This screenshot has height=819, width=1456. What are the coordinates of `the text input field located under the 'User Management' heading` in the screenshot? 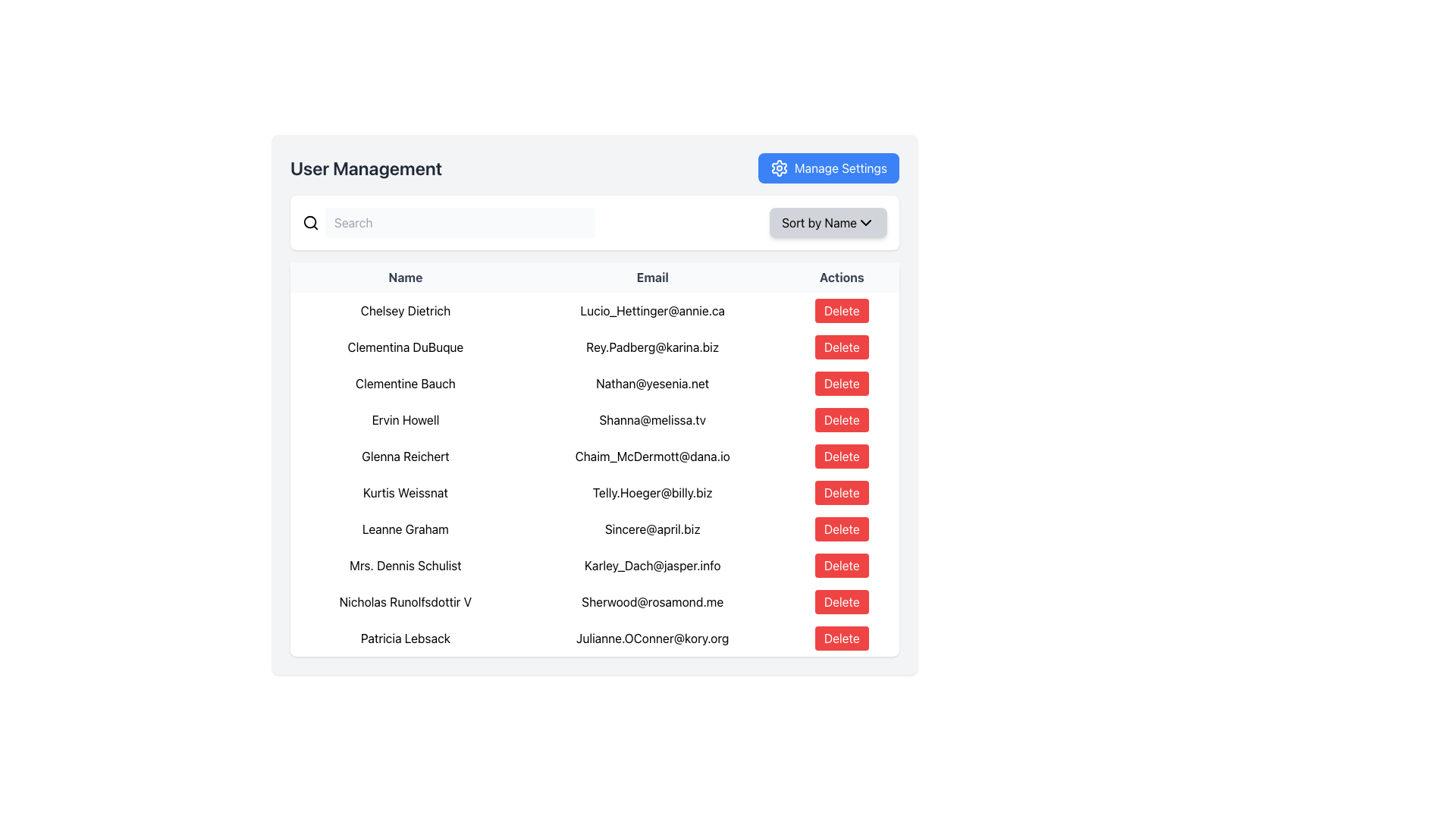 It's located at (594, 222).